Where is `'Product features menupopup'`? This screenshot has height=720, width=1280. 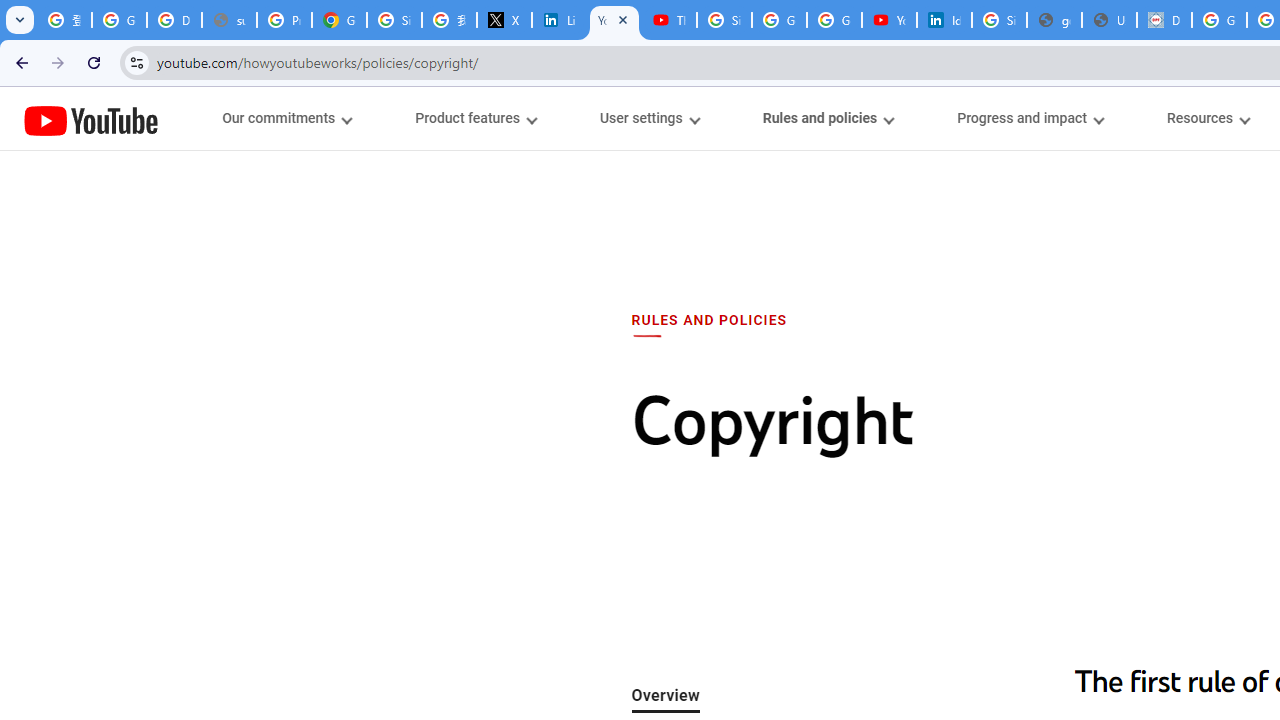 'Product features menupopup' is located at coordinates (474, 118).